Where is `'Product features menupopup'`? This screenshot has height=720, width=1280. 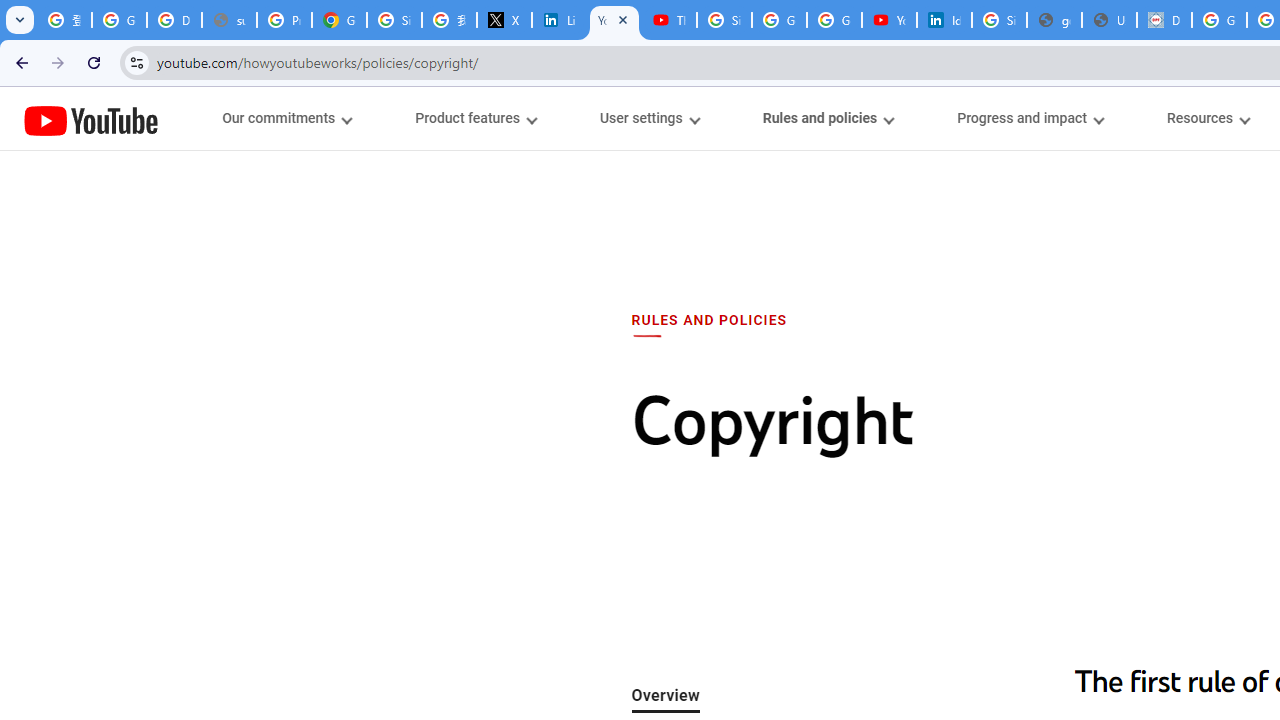 'Product features menupopup' is located at coordinates (474, 118).